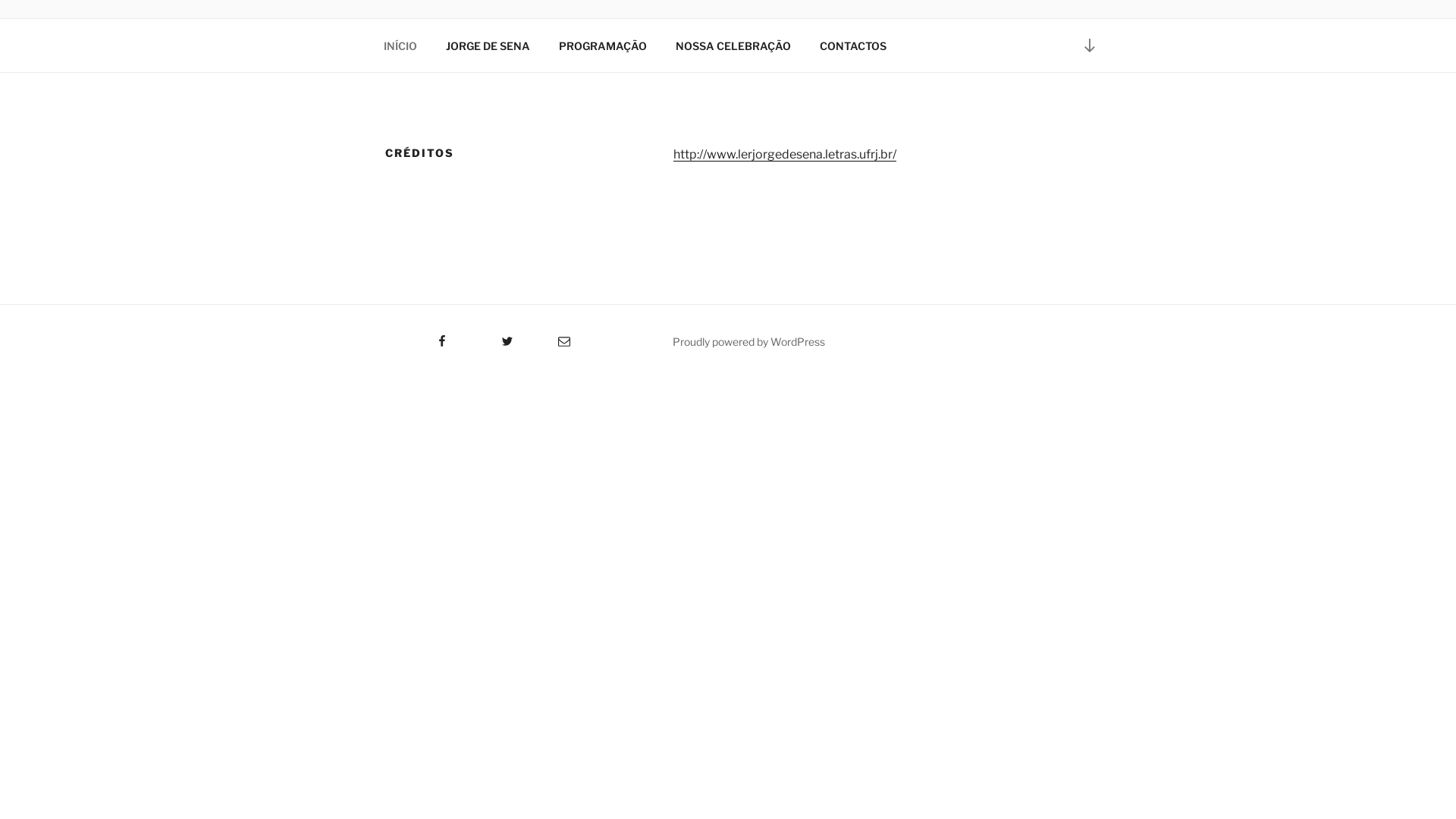 This screenshot has width=1456, height=819. I want to click on 'Facebook', so click(381, 335).